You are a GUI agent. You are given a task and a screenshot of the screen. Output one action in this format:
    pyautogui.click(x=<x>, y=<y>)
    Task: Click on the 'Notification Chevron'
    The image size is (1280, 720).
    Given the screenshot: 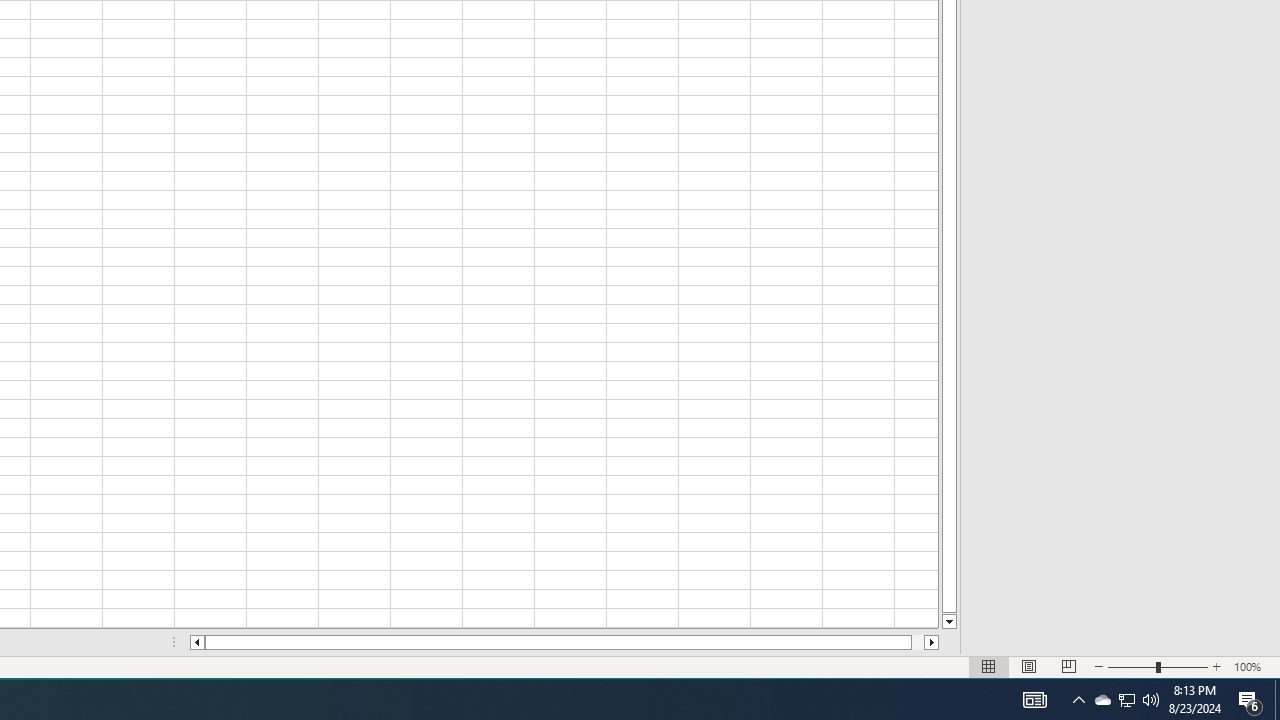 What is the action you would take?
    pyautogui.click(x=1078, y=698)
    